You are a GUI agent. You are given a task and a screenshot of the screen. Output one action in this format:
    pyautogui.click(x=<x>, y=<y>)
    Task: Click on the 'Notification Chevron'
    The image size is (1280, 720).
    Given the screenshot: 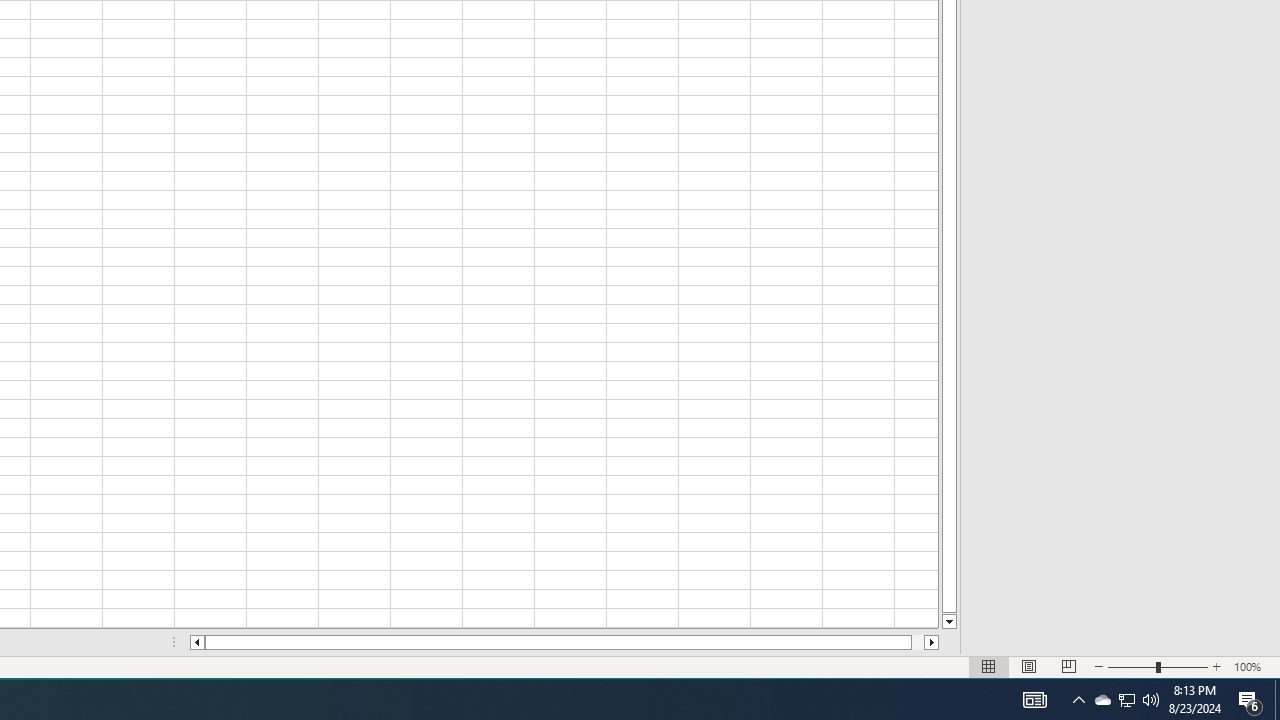 What is the action you would take?
    pyautogui.click(x=1078, y=698)
    